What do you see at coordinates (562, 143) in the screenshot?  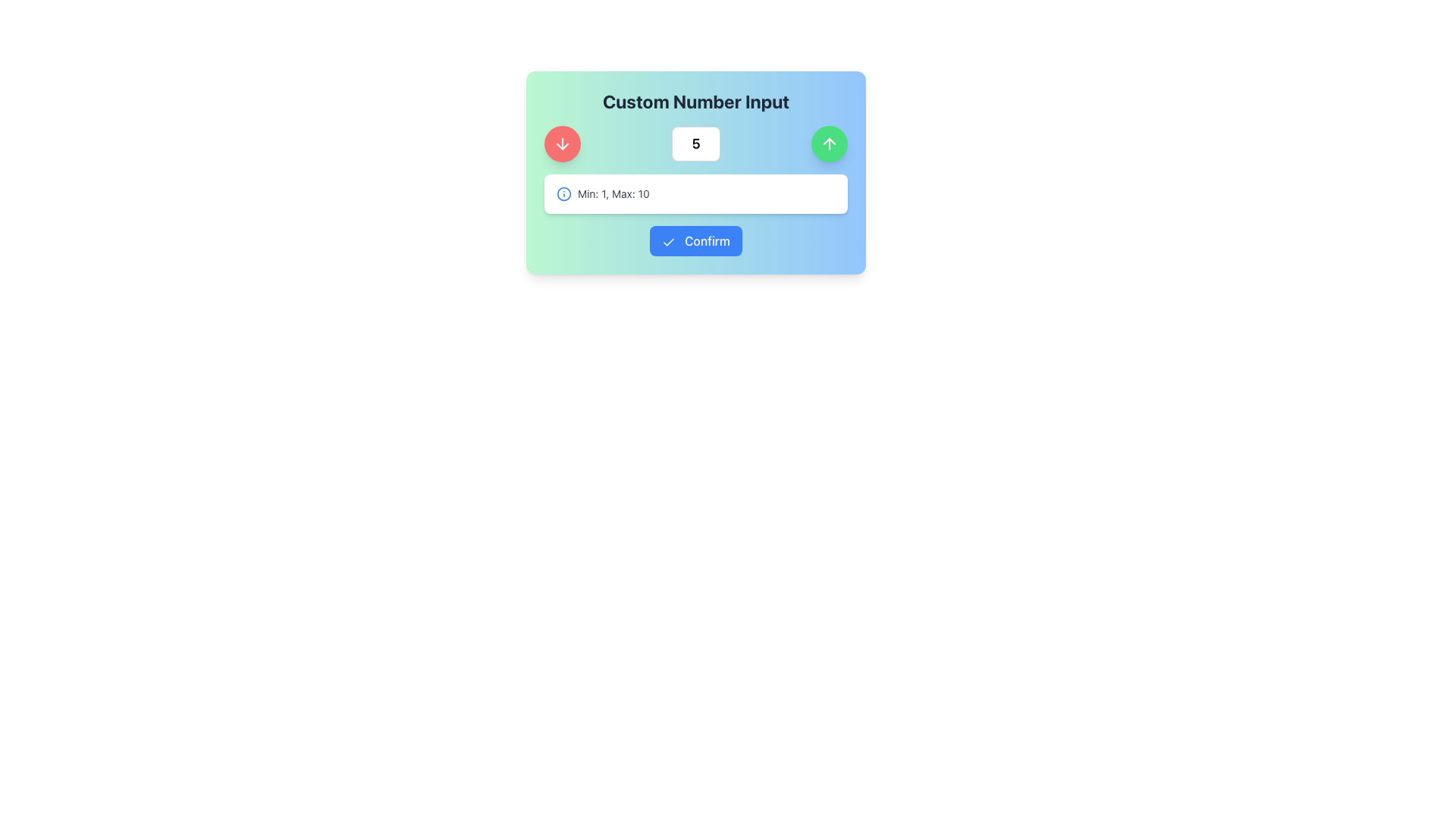 I see `the downward arrow icon embedded within a circular button with a red background to change its appearance` at bounding box center [562, 143].